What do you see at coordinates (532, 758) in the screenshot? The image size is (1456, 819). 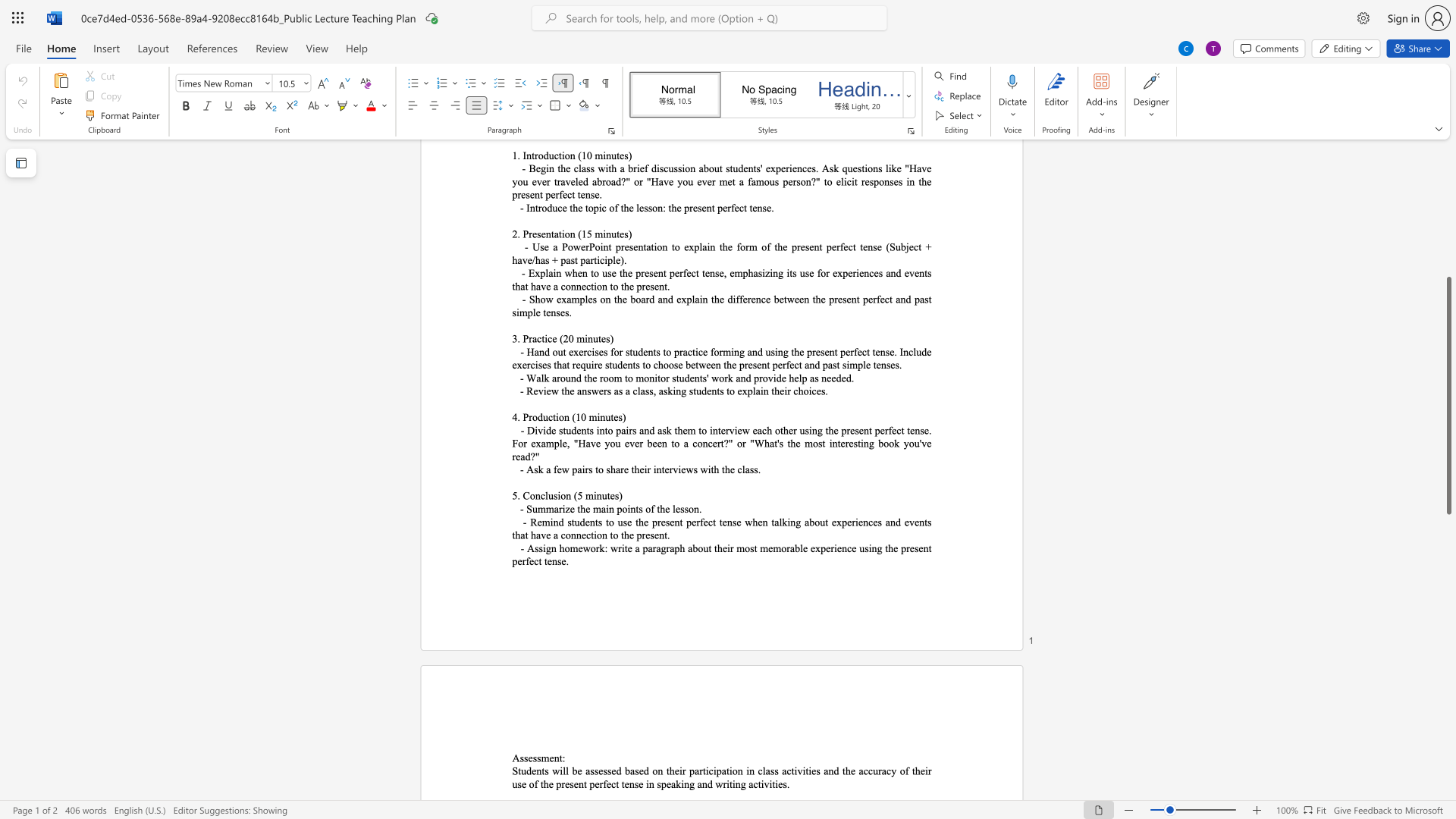 I see `the space between the continuous character "e" and "s" in the text` at bounding box center [532, 758].